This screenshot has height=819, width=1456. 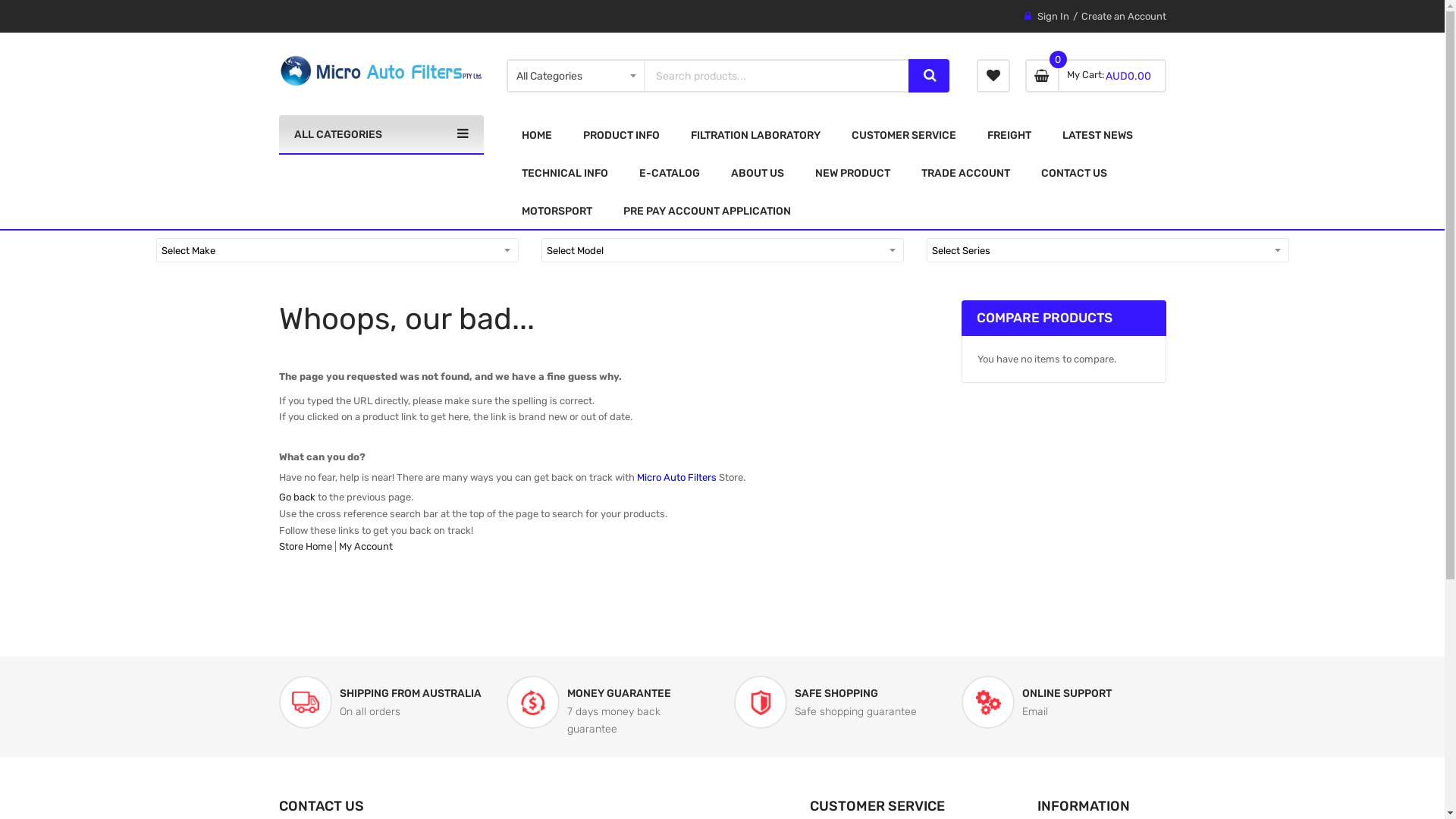 I want to click on 'TRADE ACCOUNT', so click(x=964, y=171).